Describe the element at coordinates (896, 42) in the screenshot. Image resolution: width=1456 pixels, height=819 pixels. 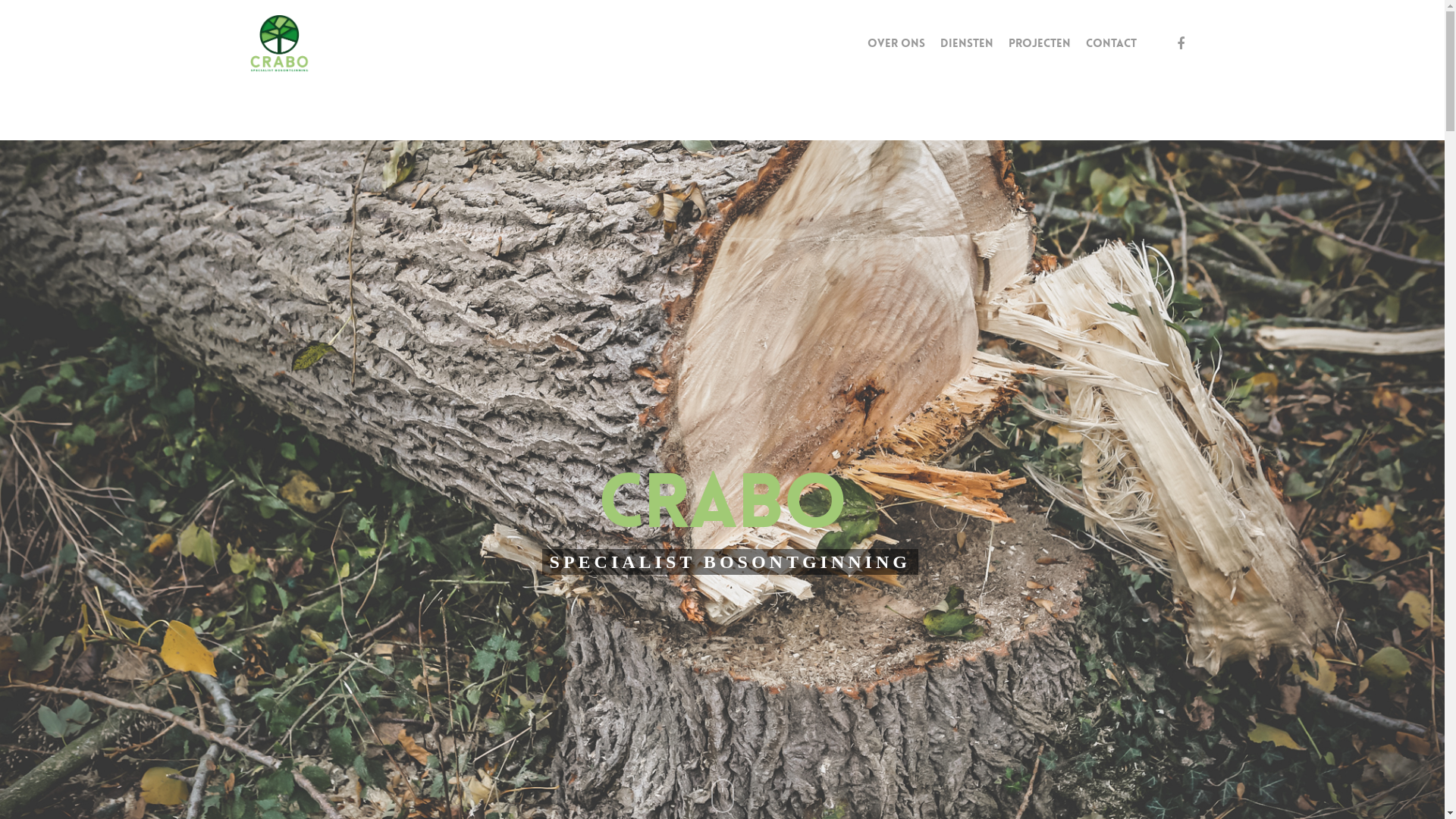
I see `'OVER ONS'` at that location.